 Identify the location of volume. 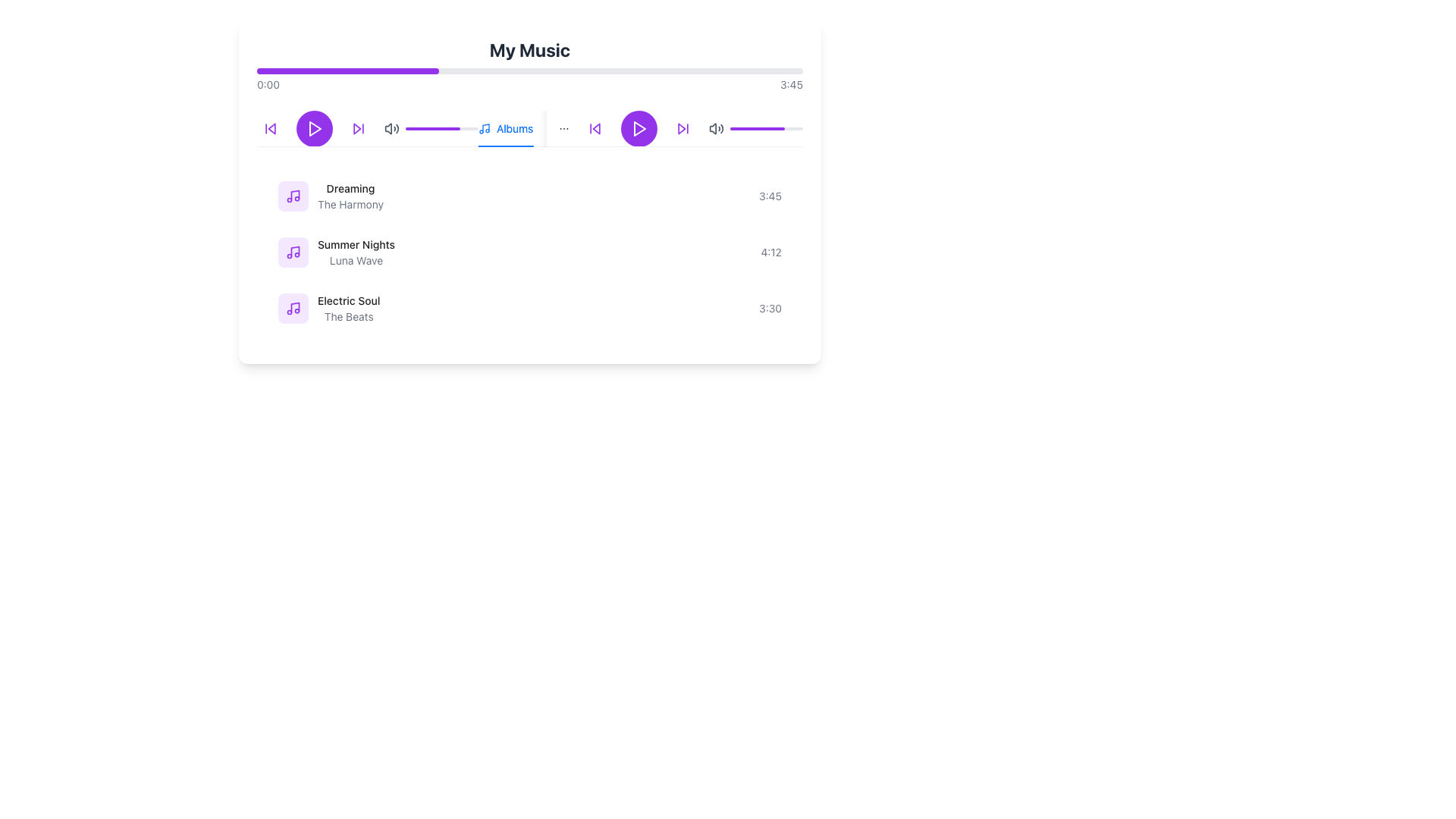
(761, 127).